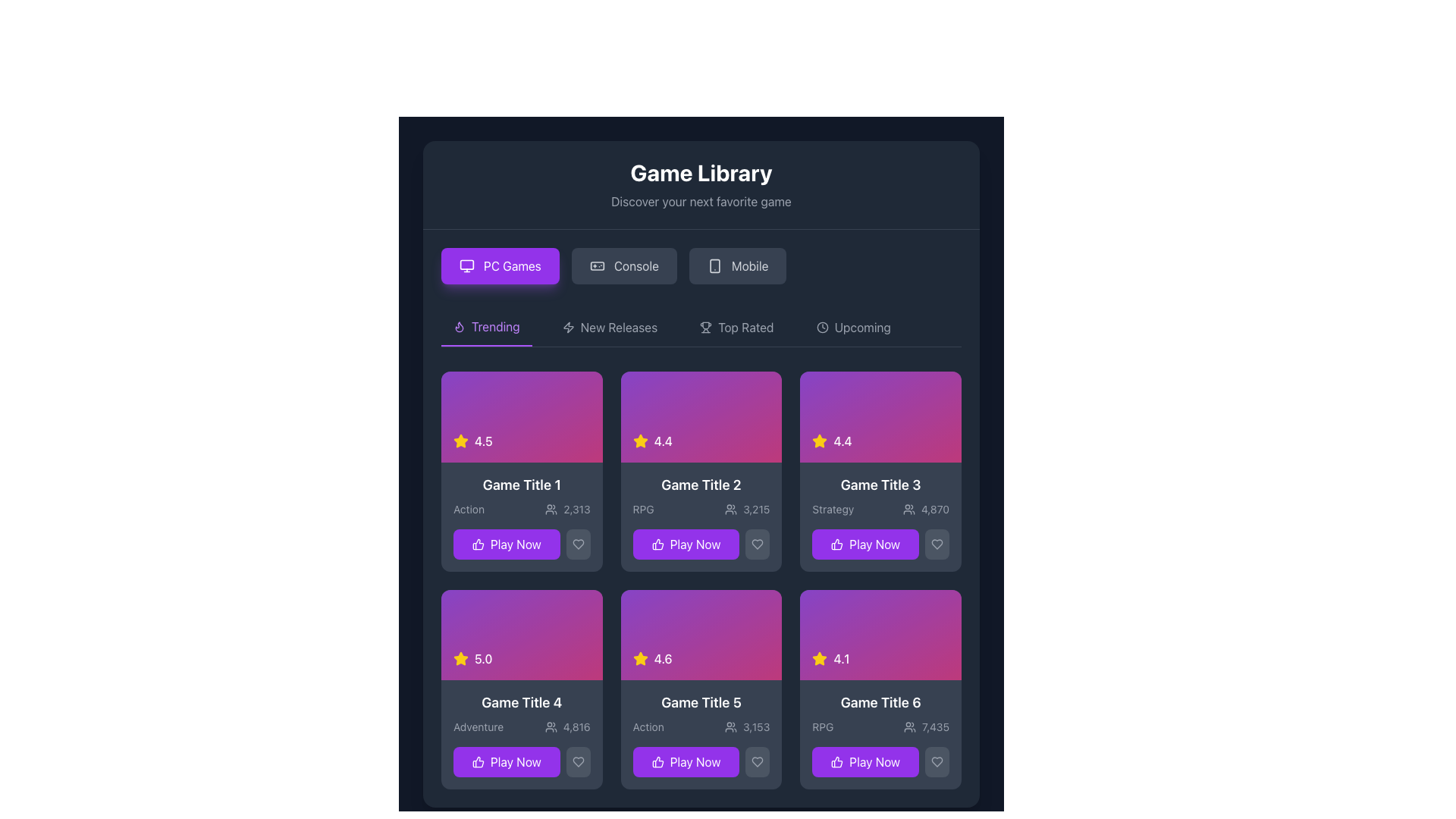 The image size is (1456, 819). I want to click on information displayed on the Game card identified by the title 'Game Title 5', which is the fifth card in the grid layout, so click(701, 689).